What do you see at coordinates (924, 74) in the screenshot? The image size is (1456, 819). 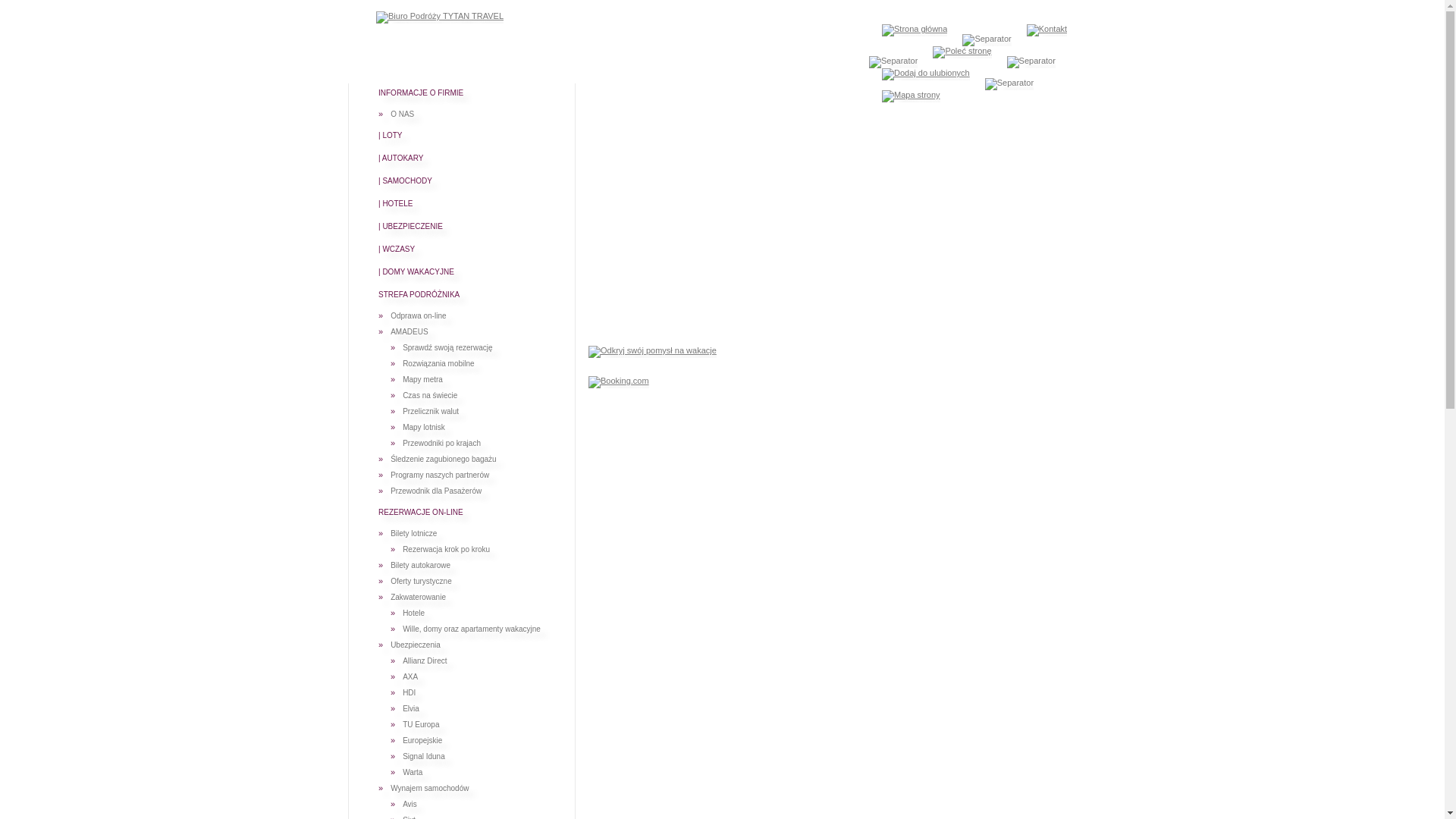 I see `'Dodaj do ulubionych'` at bounding box center [924, 74].